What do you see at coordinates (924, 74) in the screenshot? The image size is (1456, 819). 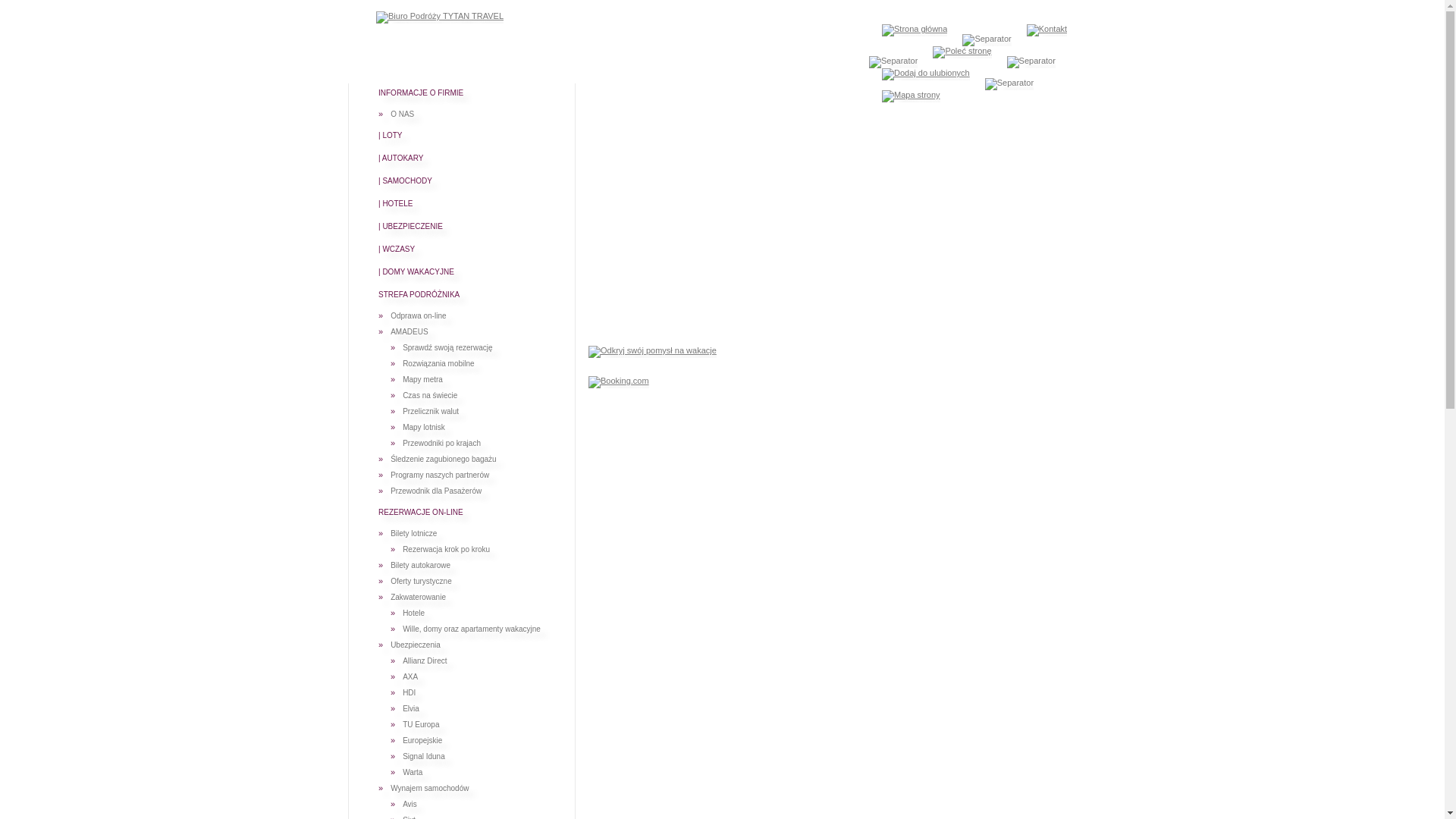 I see `'Dodaj do ulubionych'` at bounding box center [924, 74].